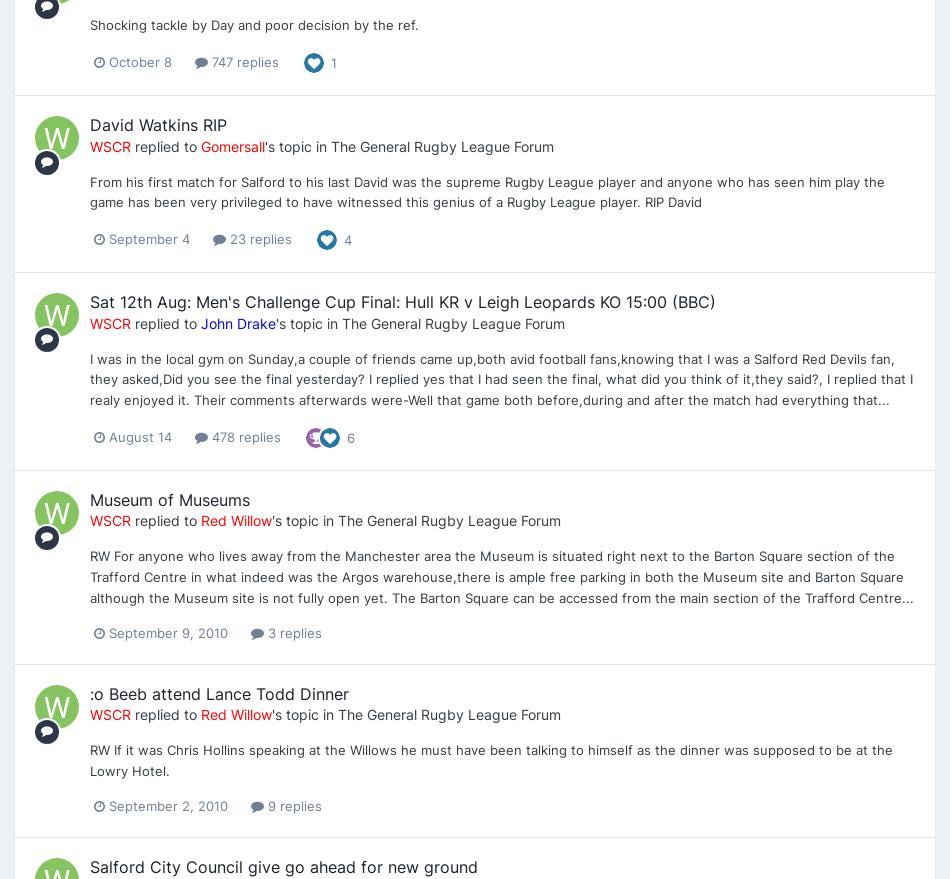 This screenshot has width=950, height=879. Describe the element at coordinates (238, 321) in the screenshot. I see `'John Drake'` at that location.